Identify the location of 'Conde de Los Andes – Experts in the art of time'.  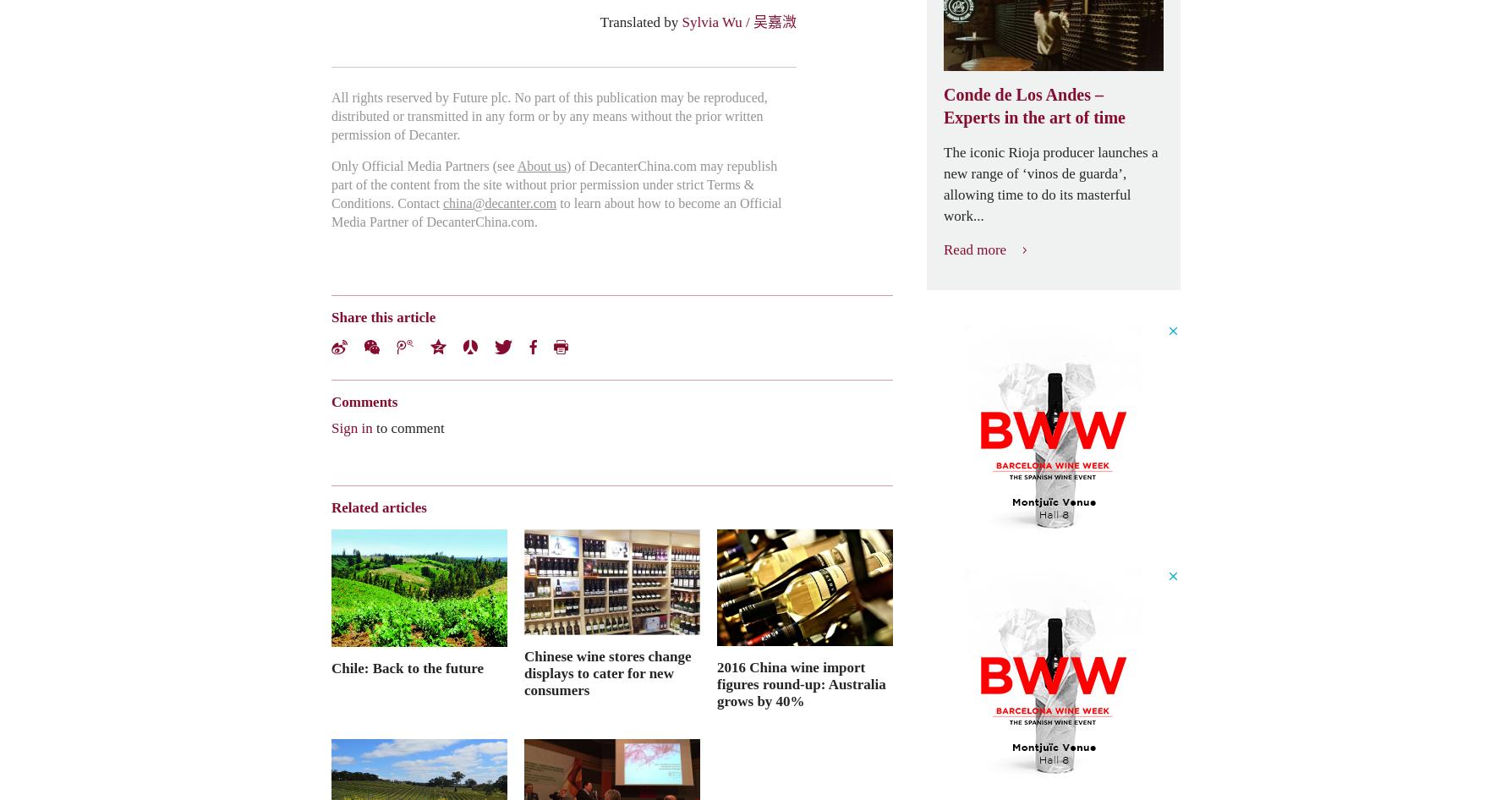
(1033, 104).